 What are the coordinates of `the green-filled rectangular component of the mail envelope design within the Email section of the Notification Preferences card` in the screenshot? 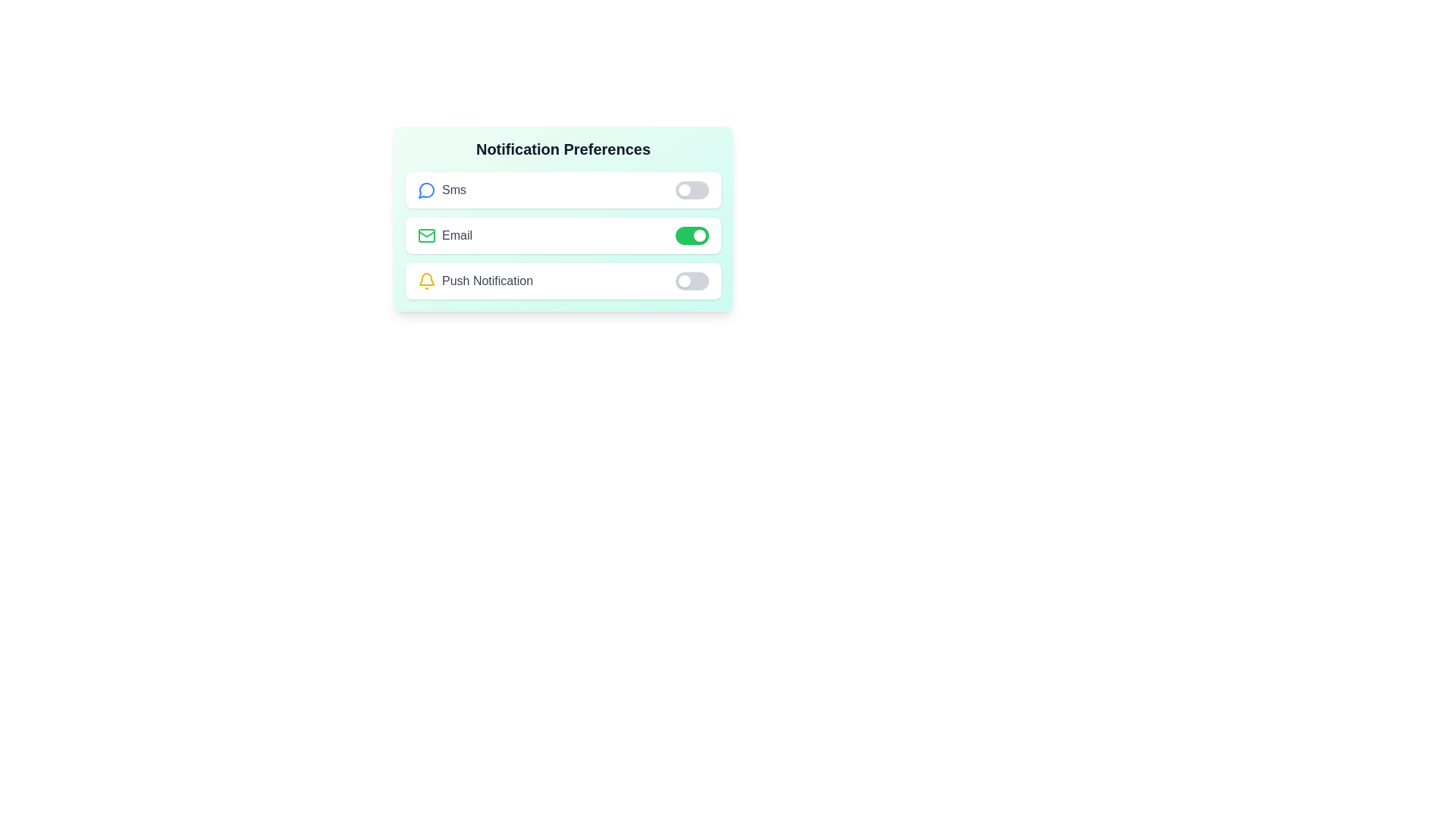 It's located at (425, 236).